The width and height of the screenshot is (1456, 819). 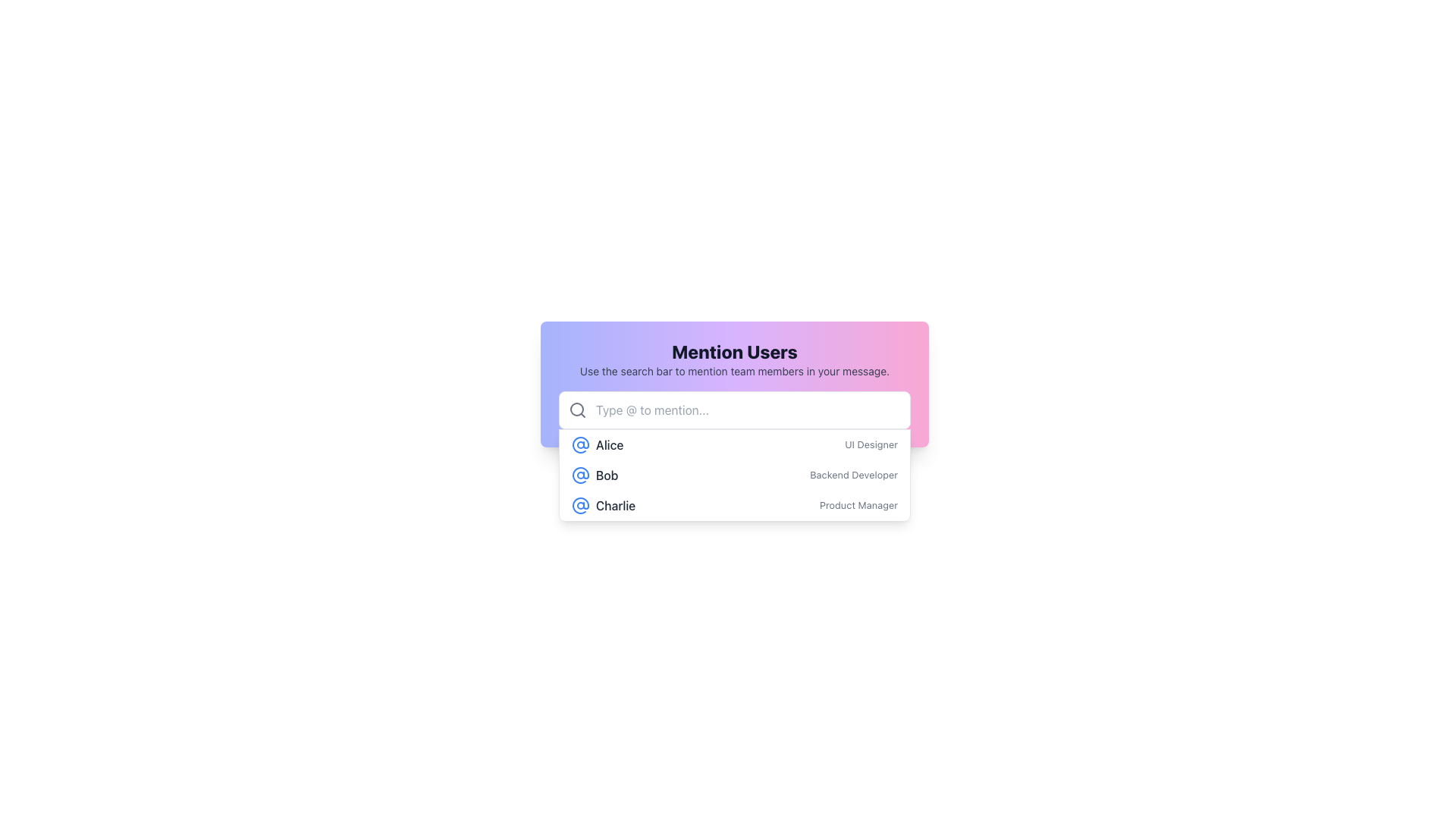 What do you see at coordinates (580, 444) in the screenshot?
I see `the circular blue icon with an '@' symbol, located at the left side of the first list item in the dropdown menu for user mentions, associated with user 'Alice'` at bounding box center [580, 444].